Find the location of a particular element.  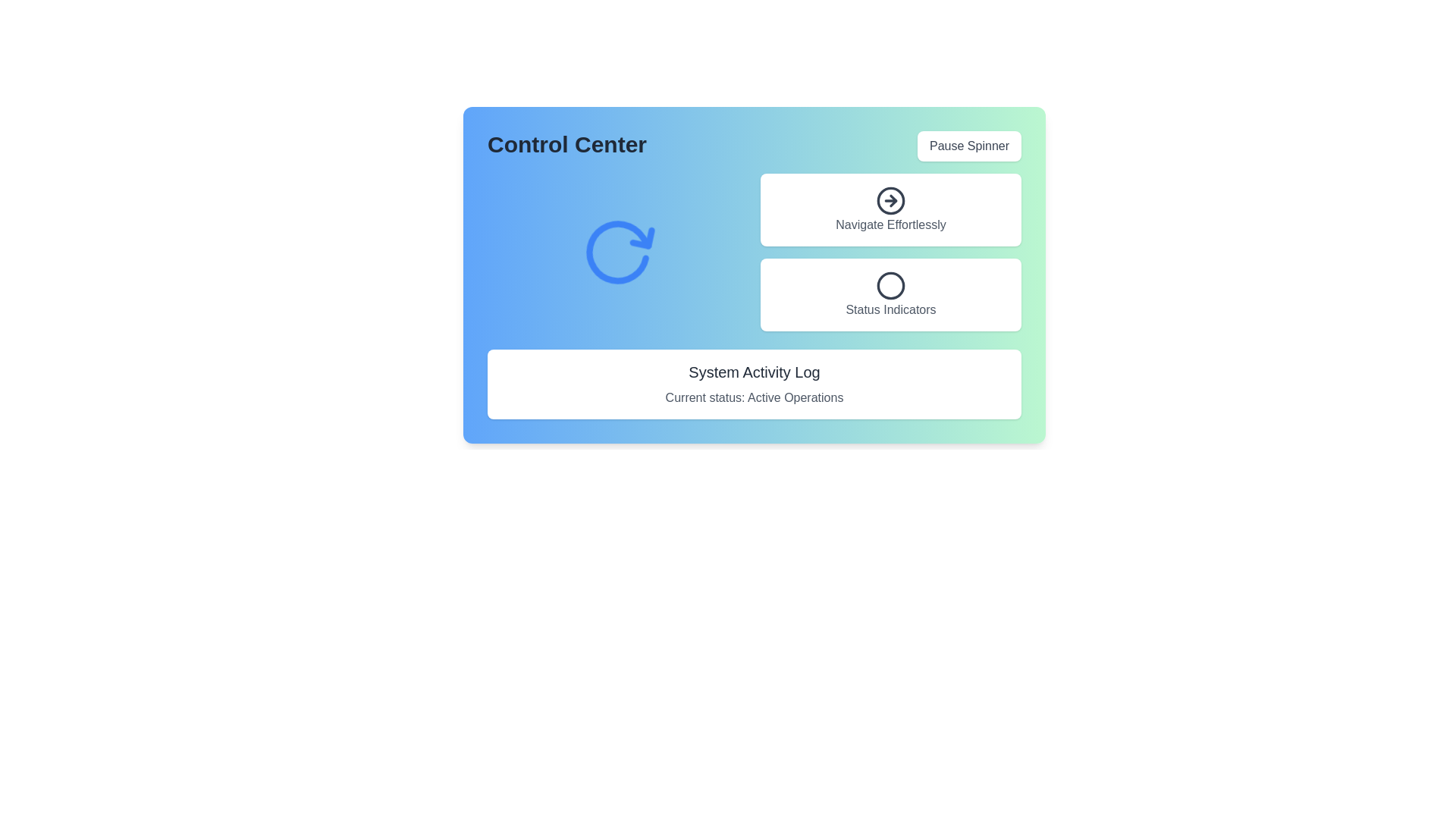

the bottom circular icon labeled 'Status Indicators' in the composite UI element containing two grouped panels to check status is located at coordinates (891, 251).